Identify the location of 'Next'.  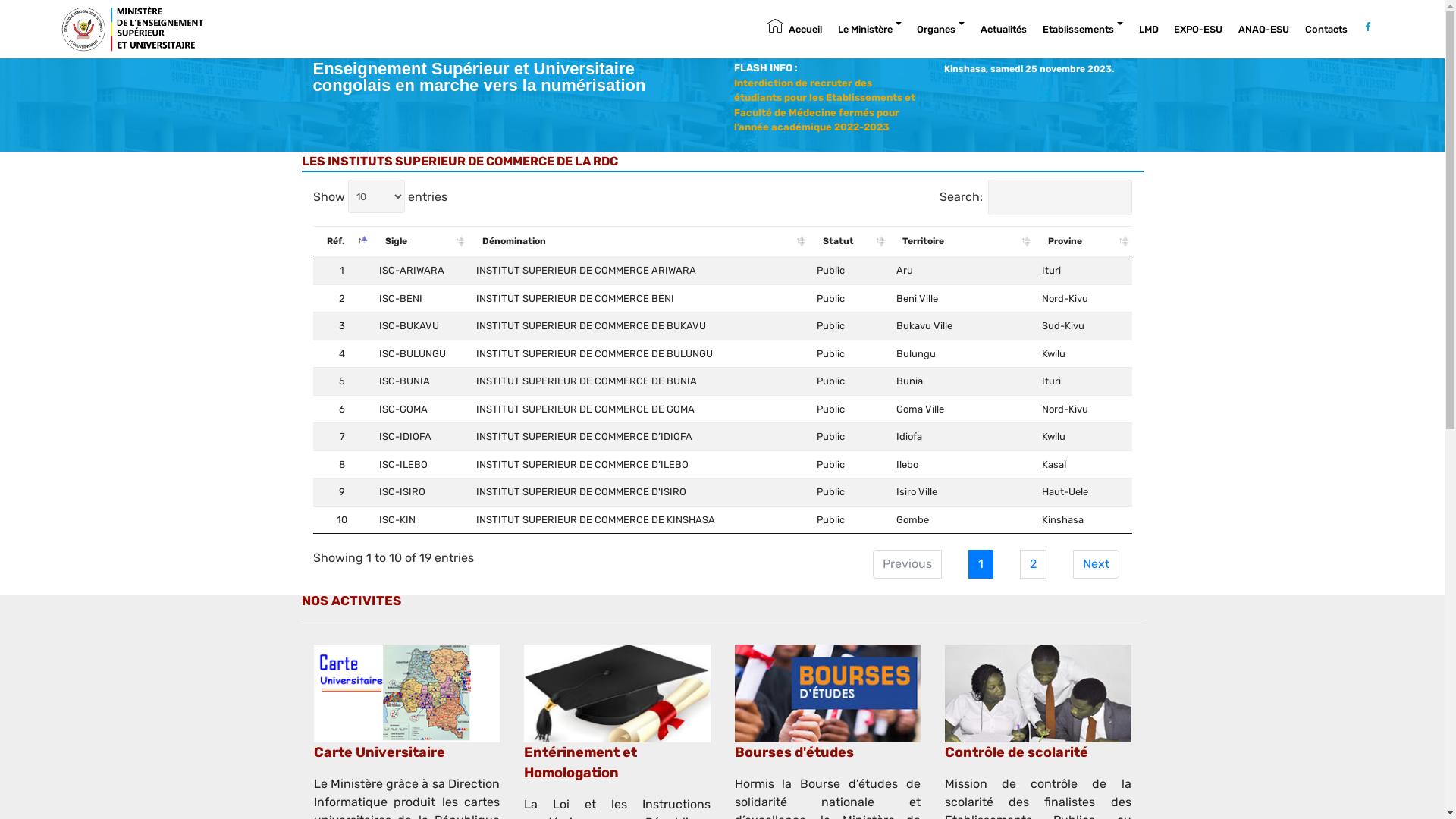
(1095, 564).